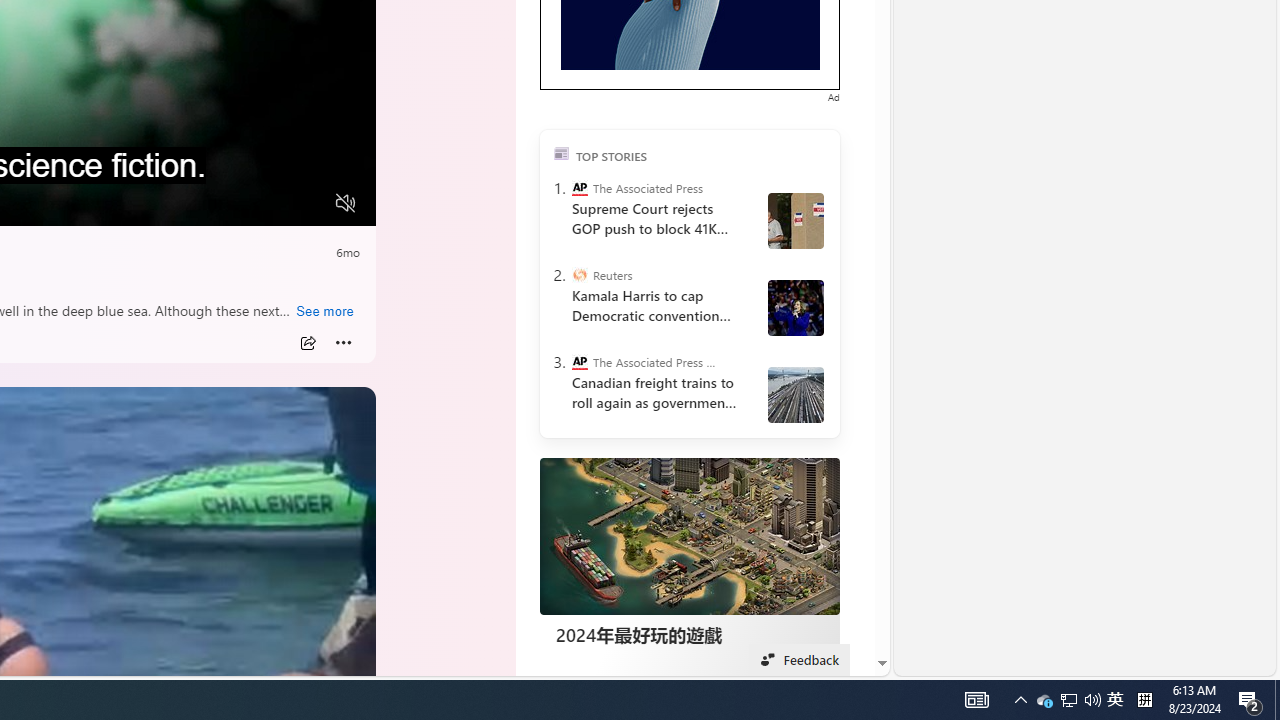 This screenshot has width=1280, height=720. What do you see at coordinates (795, 308) in the screenshot?
I see `' Harris and Walz campaign in Wisconsin'` at bounding box center [795, 308].